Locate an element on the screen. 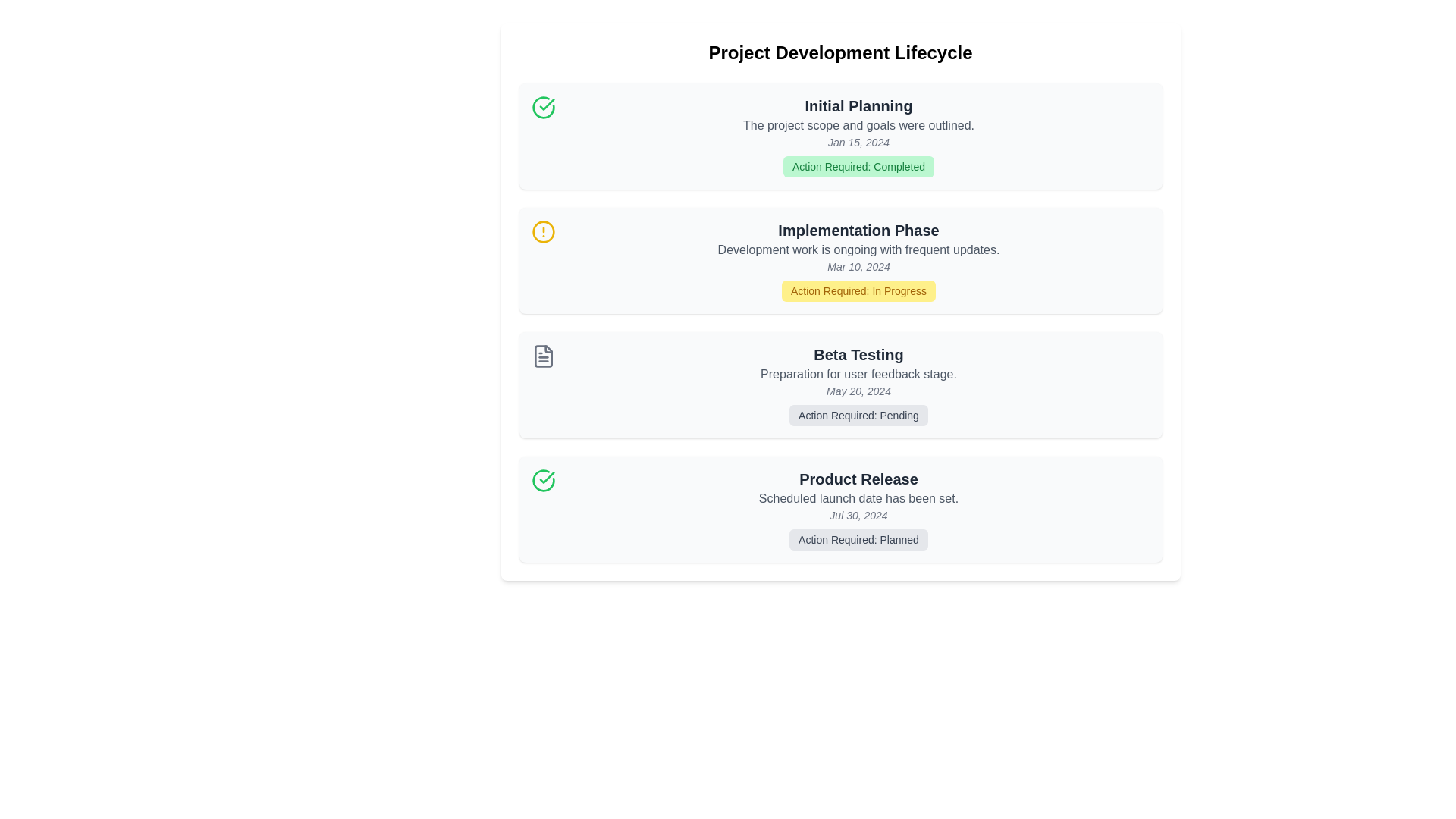 The height and width of the screenshot is (819, 1456). the text label displaying 'Jul 30, 2024', which is styled in gray, italicized font and is positioned between the subtitle 'Scheduled launch date has been set.' and the label 'Action Required: Planned' is located at coordinates (858, 514).